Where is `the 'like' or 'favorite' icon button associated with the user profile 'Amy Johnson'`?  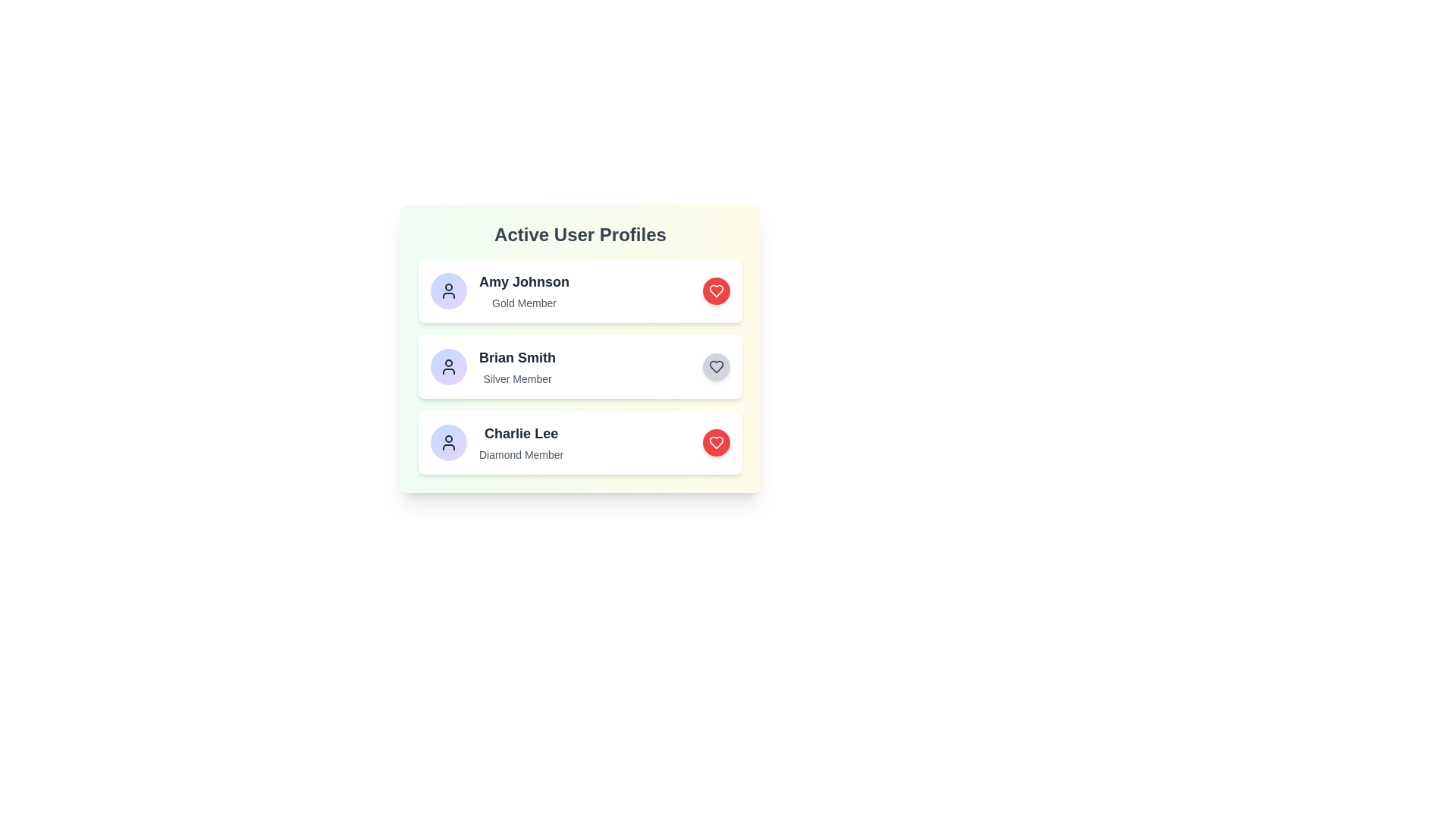 the 'like' or 'favorite' icon button associated with the user profile 'Amy Johnson' is located at coordinates (716, 291).